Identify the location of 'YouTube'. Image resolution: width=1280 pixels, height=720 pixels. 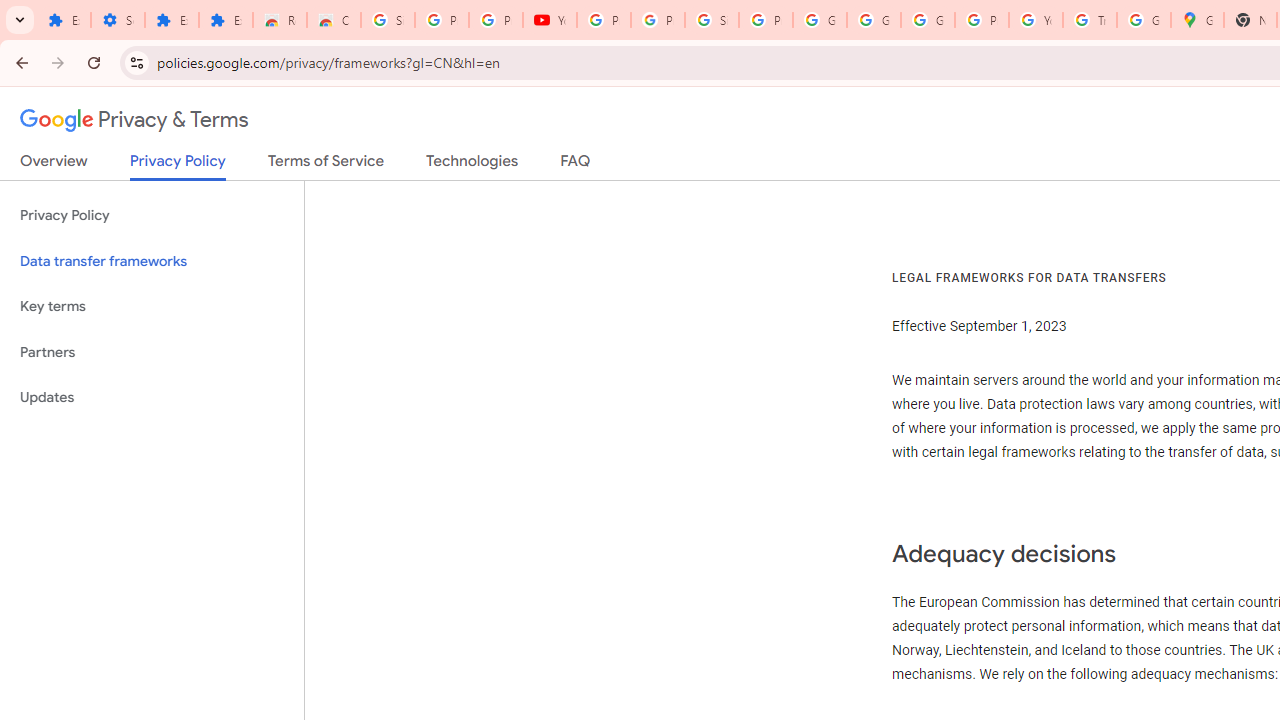
(550, 20).